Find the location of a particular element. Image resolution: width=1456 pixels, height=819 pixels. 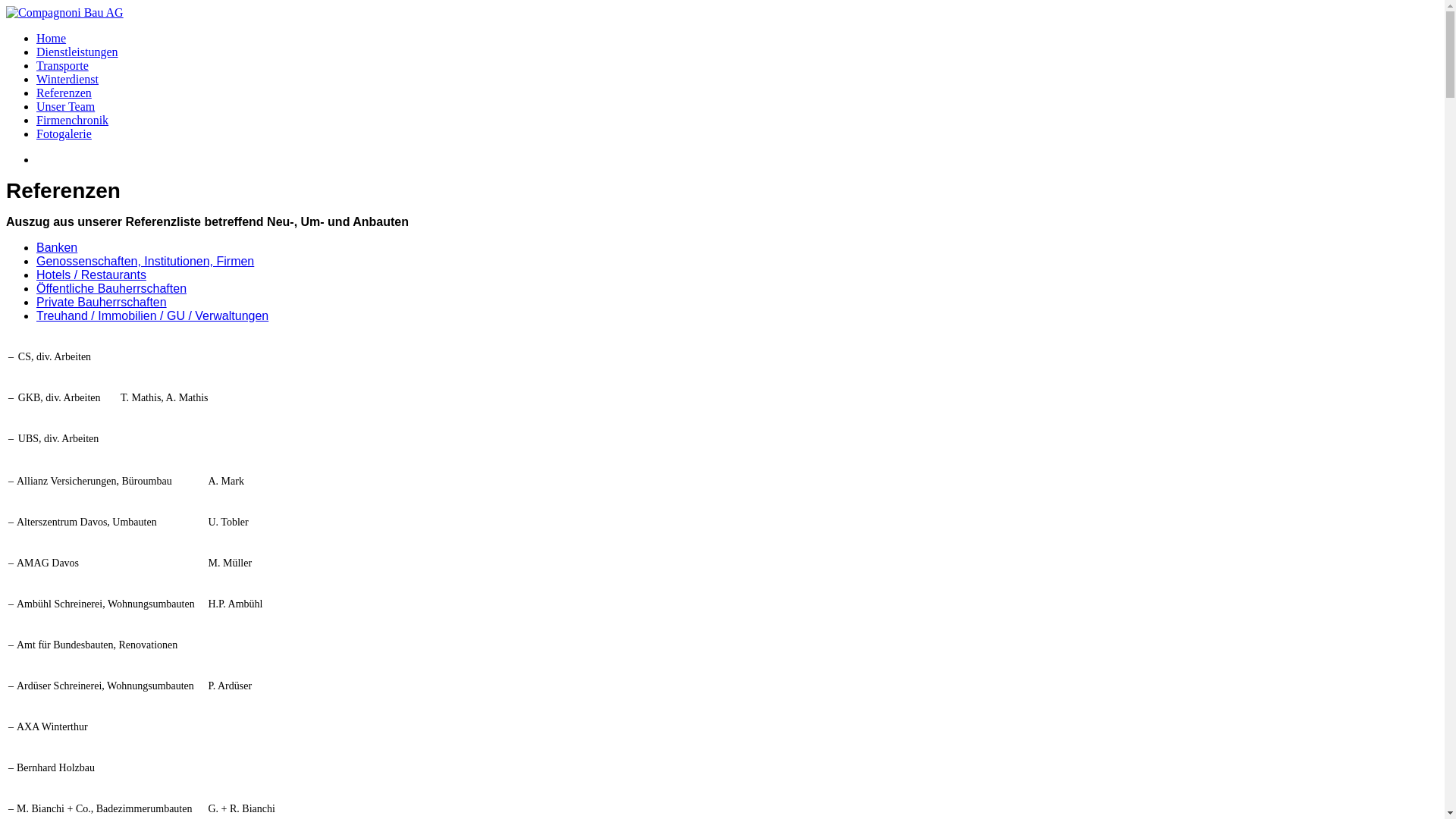

'Winterdienst' is located at coordinates (67, 79).